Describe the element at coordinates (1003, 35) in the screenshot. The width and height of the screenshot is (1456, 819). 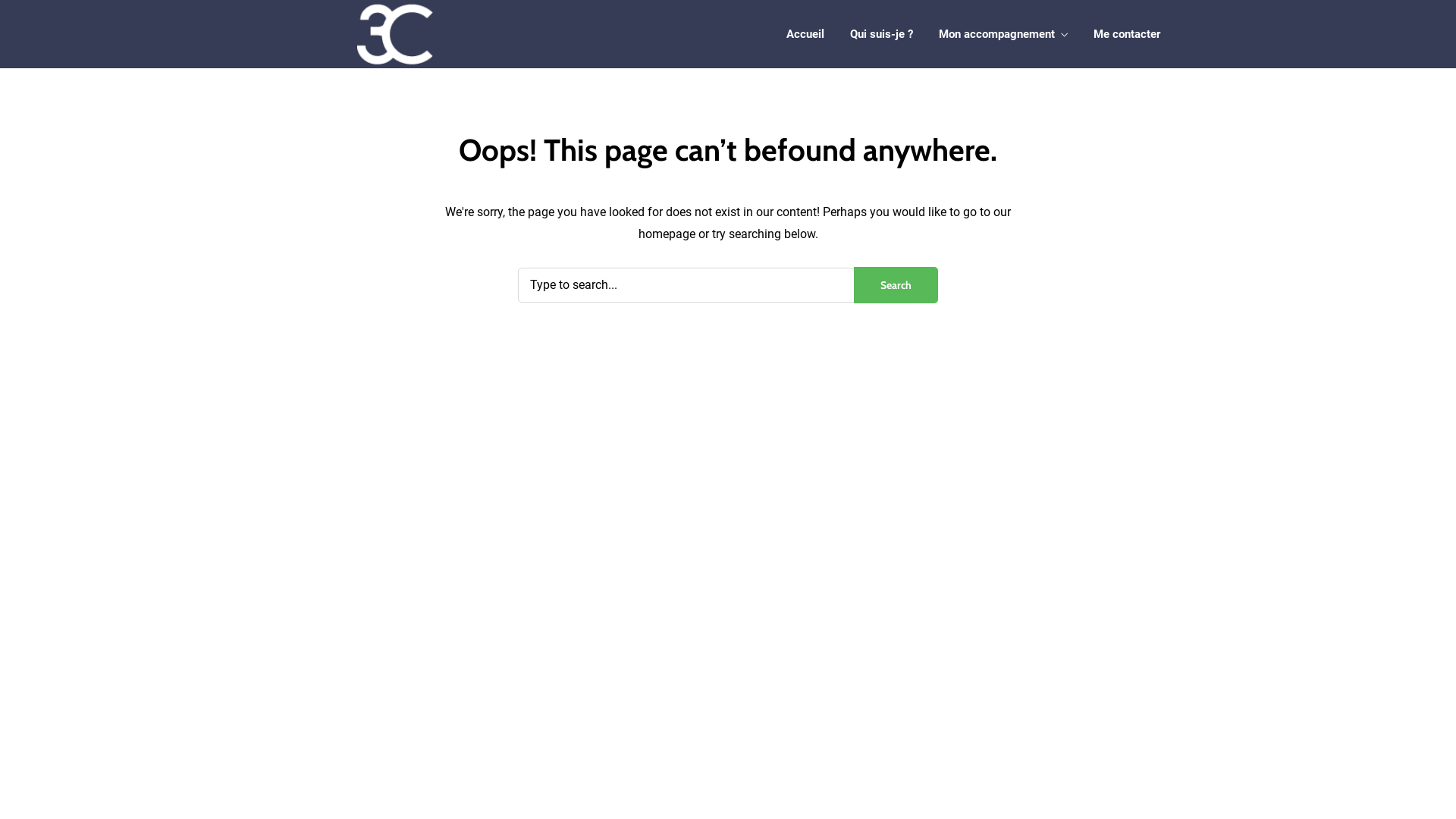
I see `'Mon accompagnement'` at that location.